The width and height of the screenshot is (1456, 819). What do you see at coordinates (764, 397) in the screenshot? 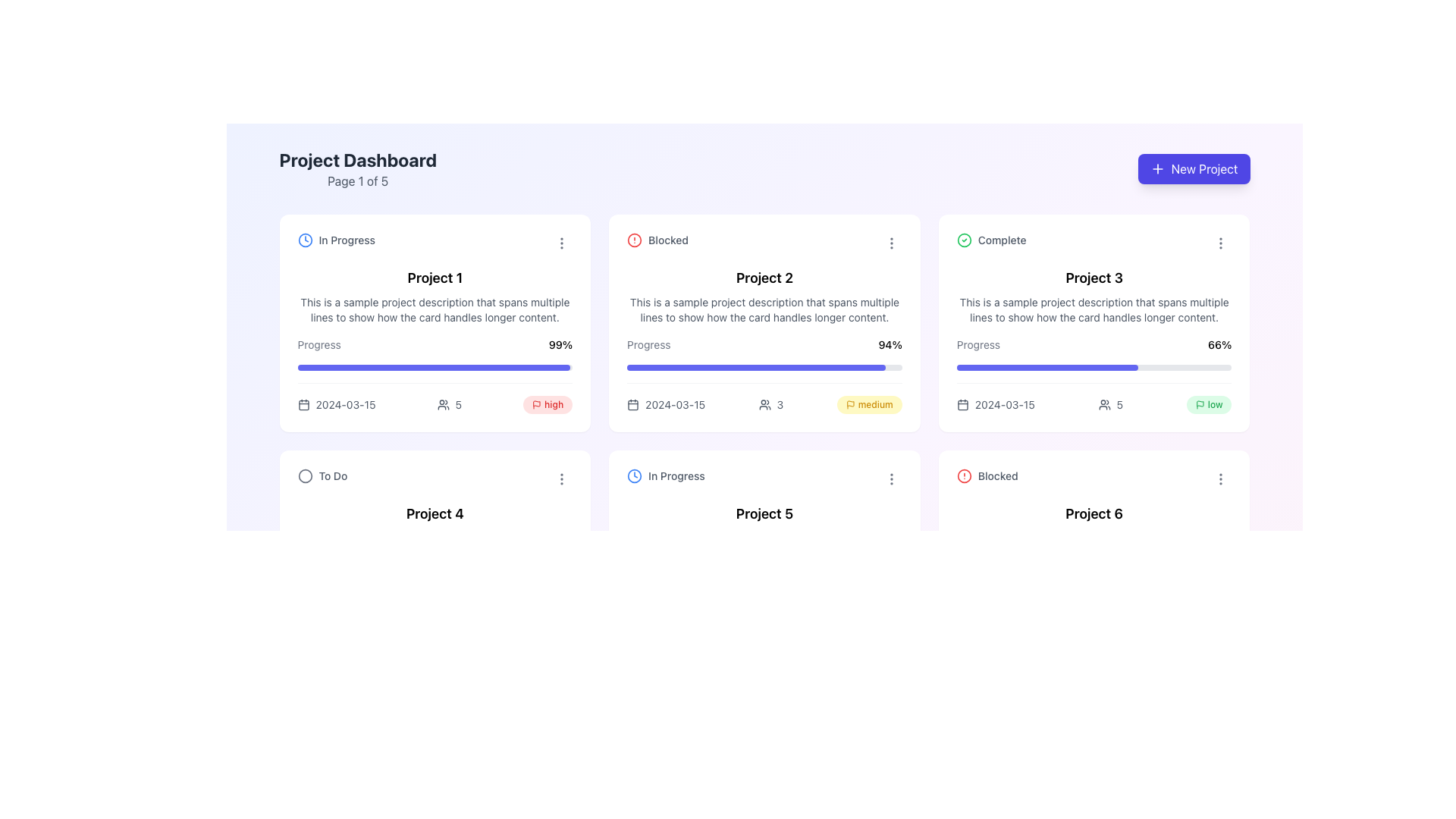
I see `the icon of a group of people with the number '3' located in the information section of the second card titled 'Project 2', which is under the 'Blocked' status` at bounding box center [764, 397].